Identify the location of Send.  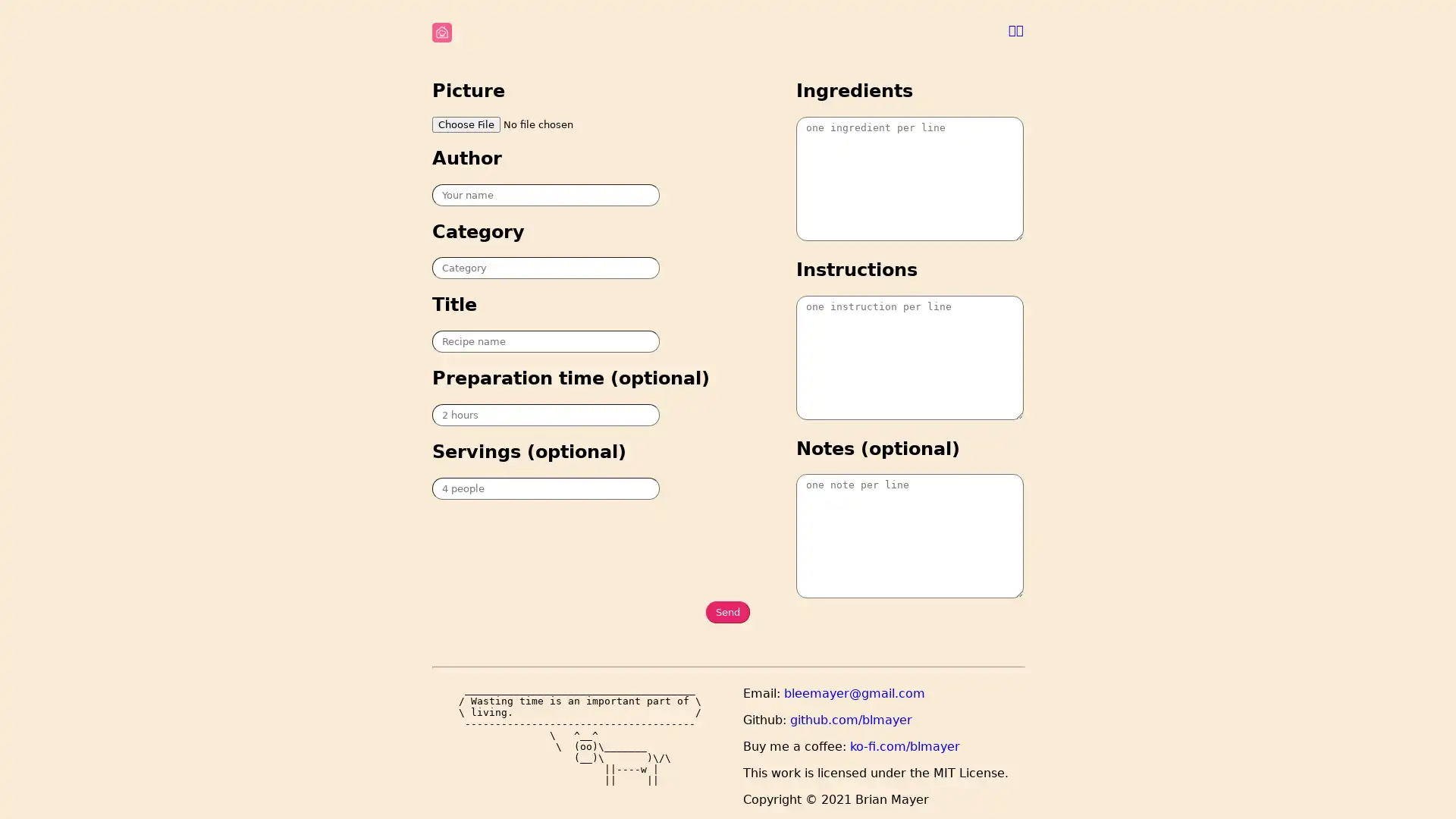
(728, 611).